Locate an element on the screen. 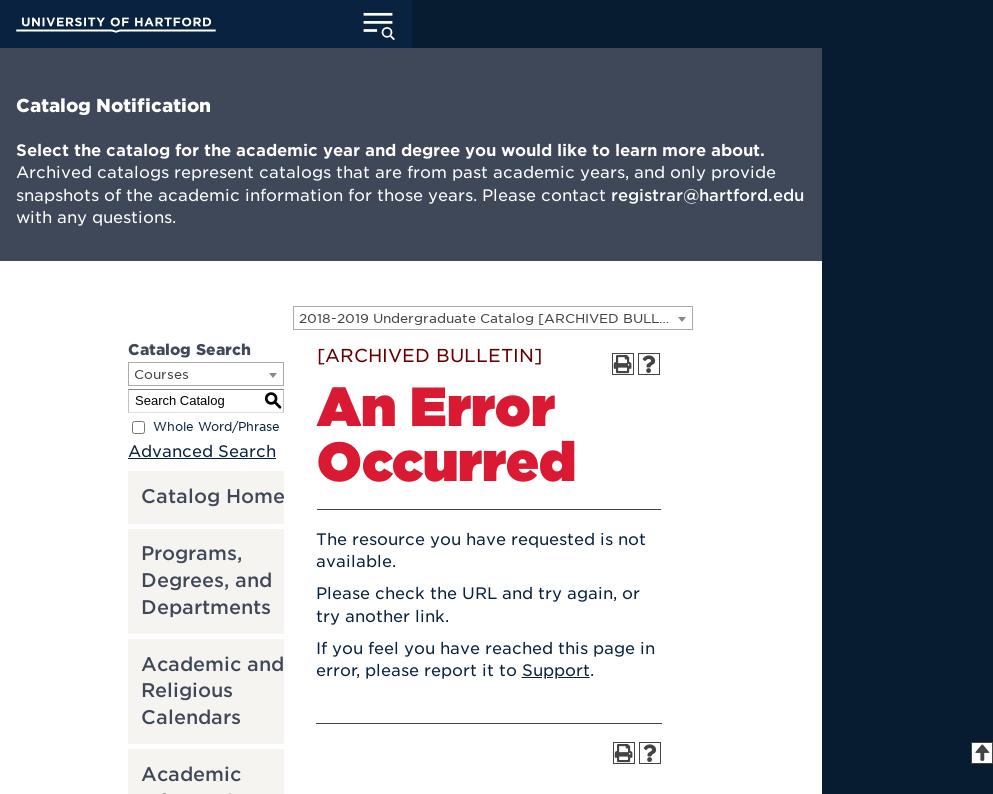 The height and width of the screenshot is (794, 993). 'Select the catalog for the academic year and degree you would like to learn more about.' is located at coordinates (389, 149).